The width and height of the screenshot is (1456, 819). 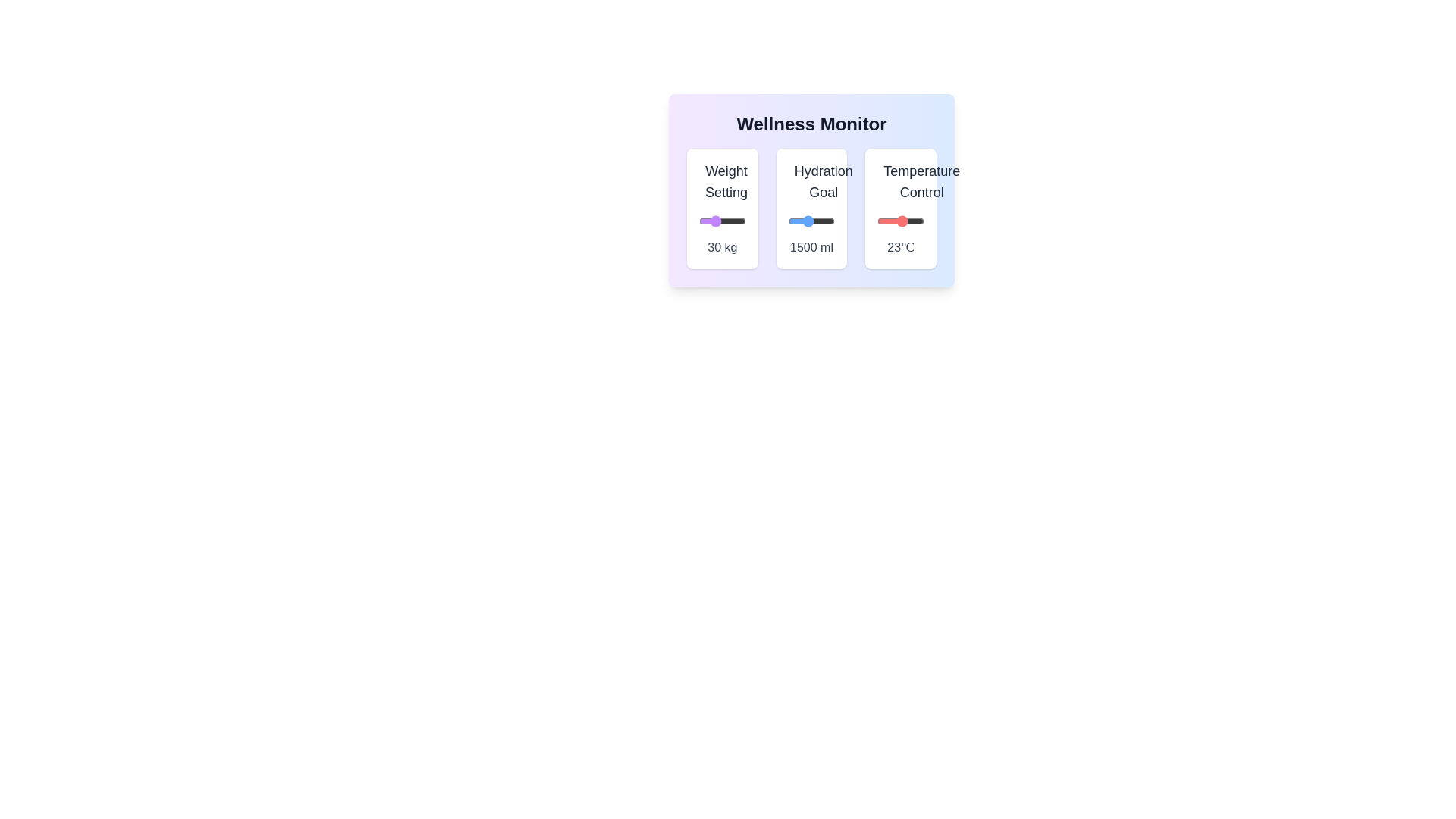 What do you see at coordinates (711, 184) in the screenshot?
I see `the iconographic symbol located within the first card of the Wellness Monitor panel in the Weight Setting section` at bounding box center [711, 184].